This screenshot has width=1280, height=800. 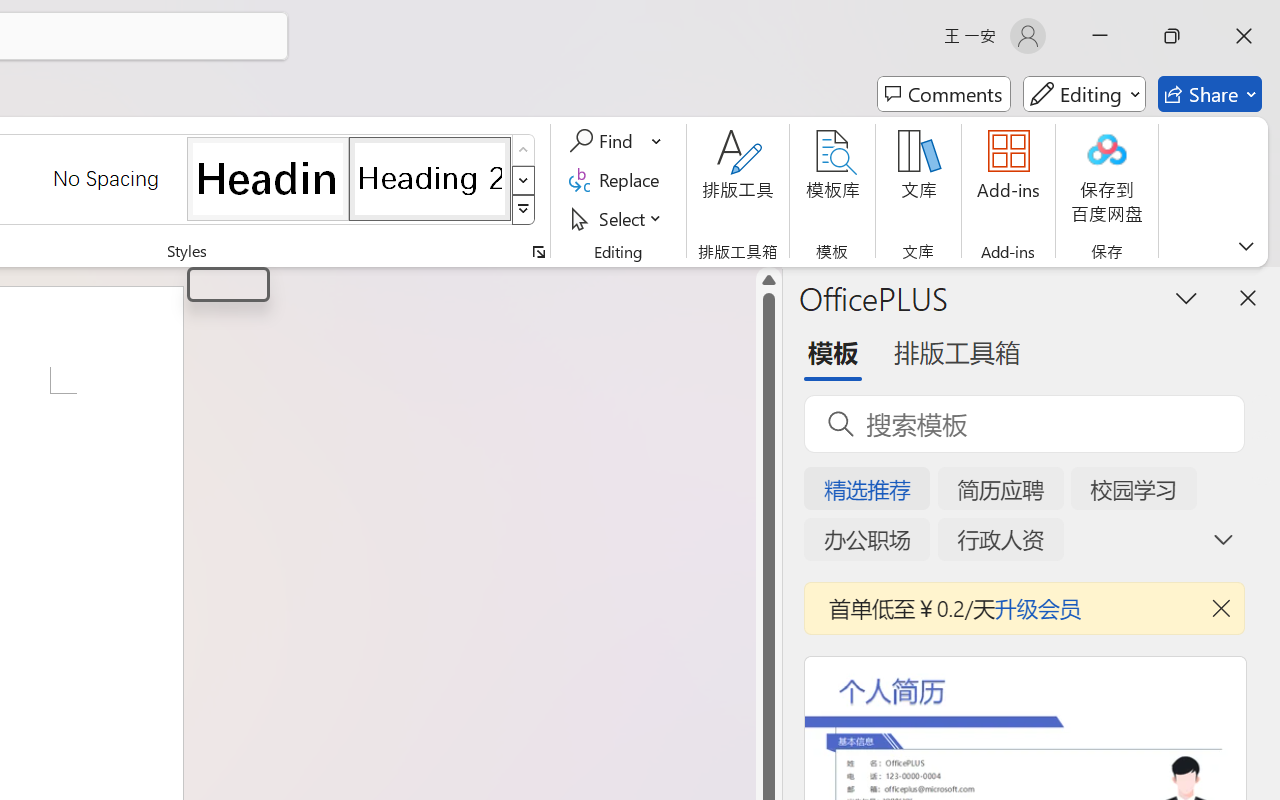 What do you see at coordinates (1099, 35) in the screenshot?
I see `'Minimize'` at bounding box center [1099, 35].